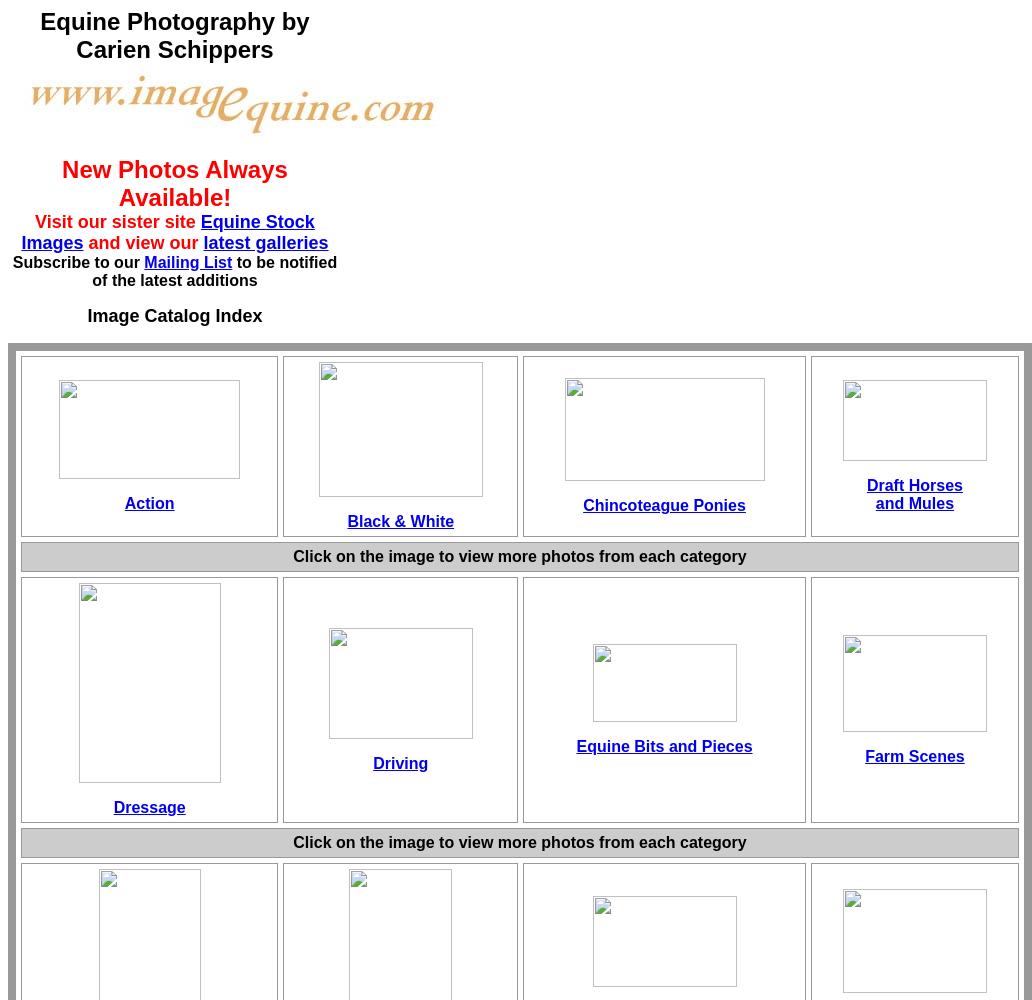 The height and width of the screenshot is (1000, 1032). I want to click on 'and Mules', so click(913, 503).